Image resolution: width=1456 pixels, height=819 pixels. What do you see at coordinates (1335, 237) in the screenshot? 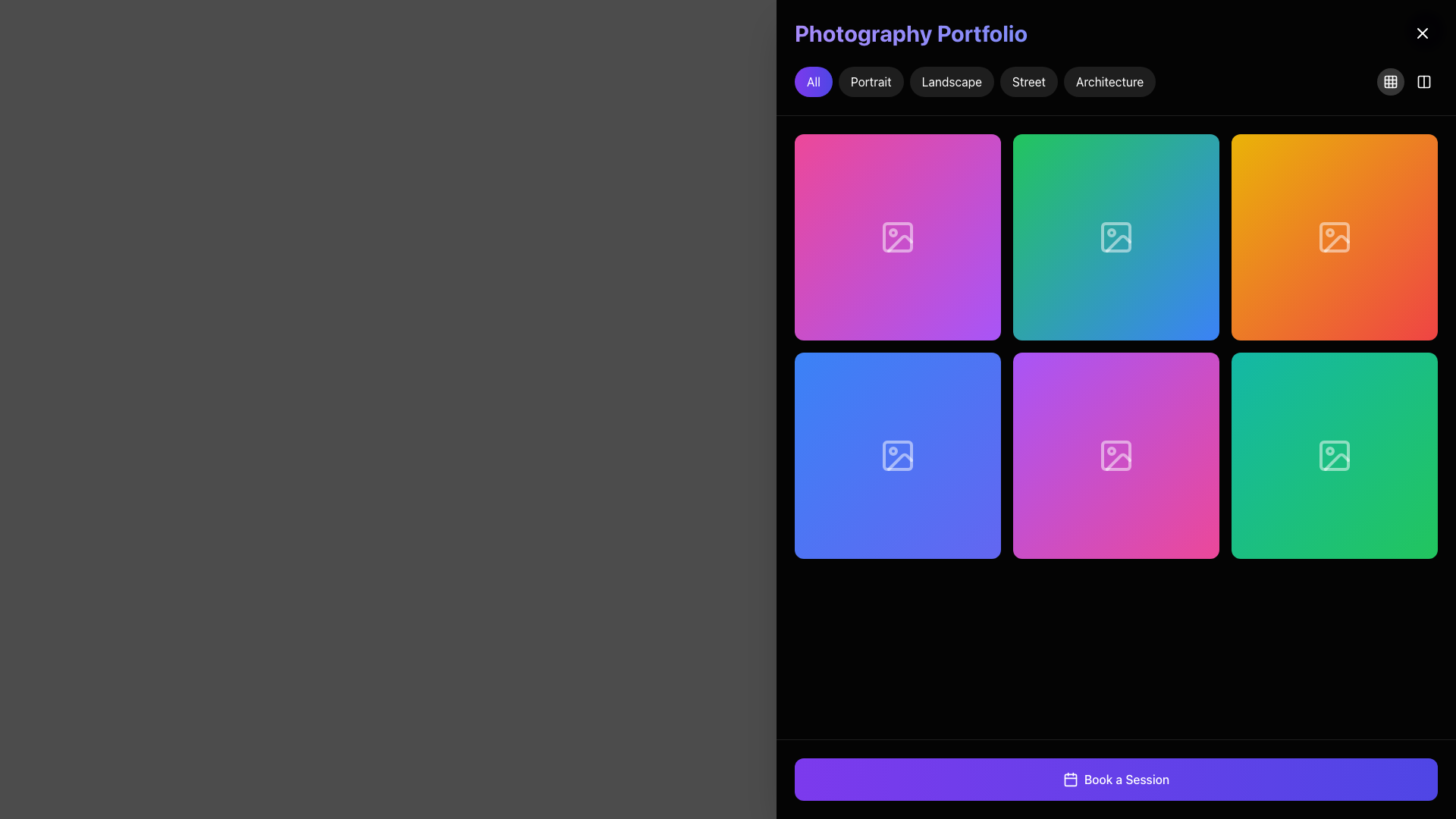
I see `the second icon in the third row of the photo gallery, which is located beneath the 'Photography Portfolio' header` at bounding box center [1335, 237].